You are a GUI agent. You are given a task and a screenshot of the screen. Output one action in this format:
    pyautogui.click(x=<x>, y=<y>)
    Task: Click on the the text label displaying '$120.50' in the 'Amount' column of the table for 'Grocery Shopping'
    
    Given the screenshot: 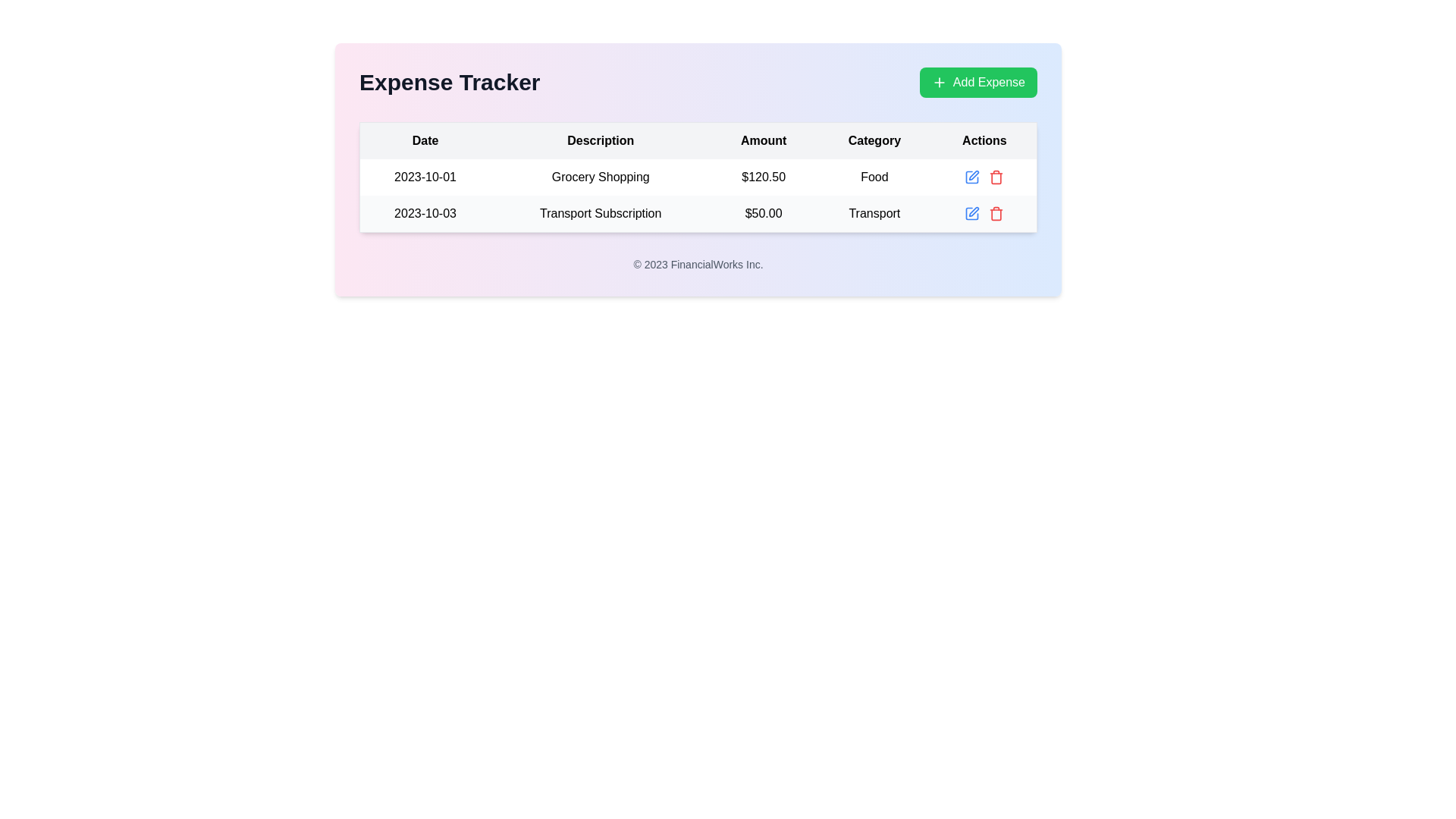 What is the action you would take?
    pyautogui.click(x=764, y=177)
    